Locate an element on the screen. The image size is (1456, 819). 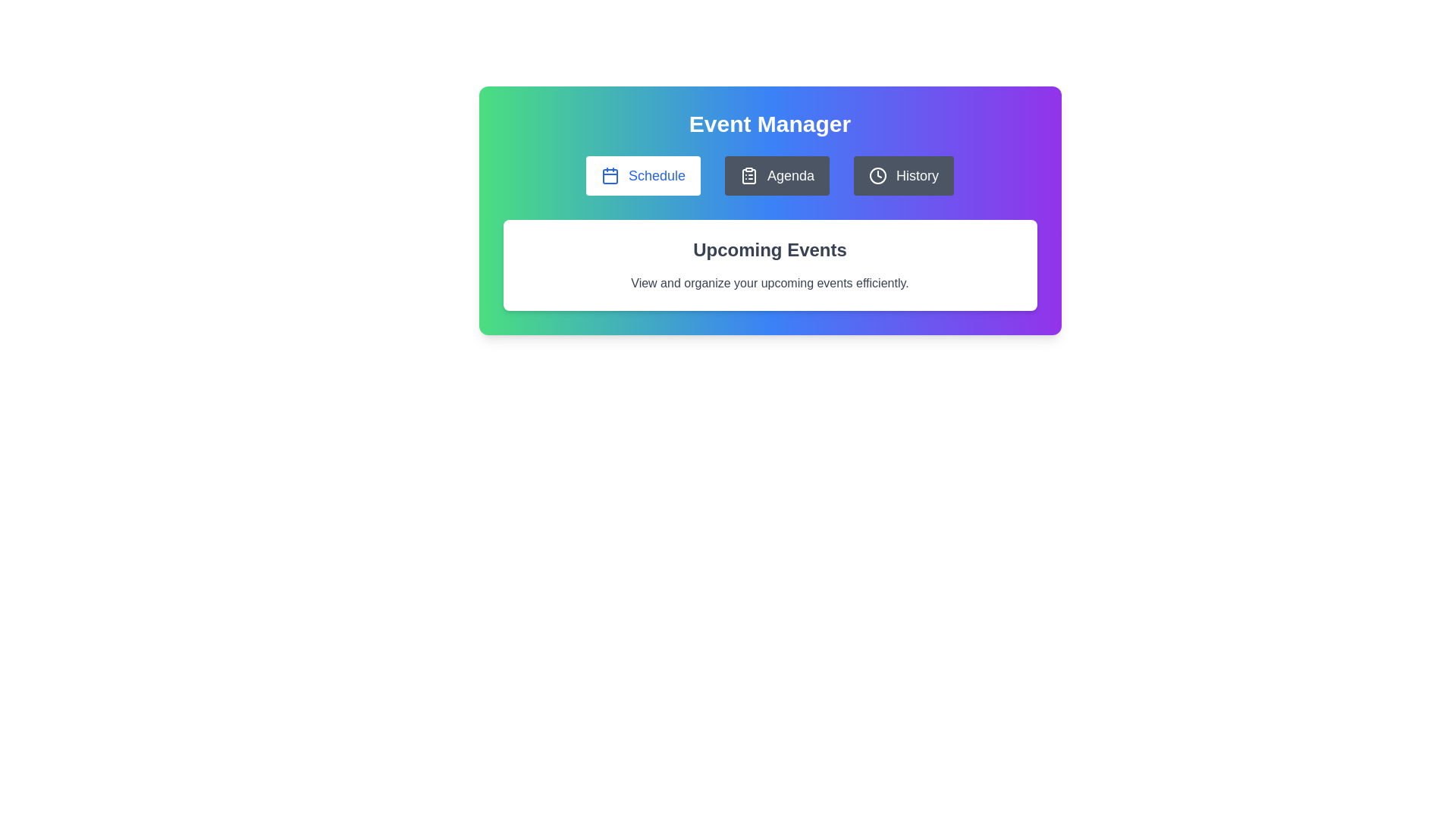
the 'Schedule' button, which is a rectangular button with a white background and blue text, located above 'Upcoming Events' and below 'Event Manager' is located at coordinates (643, 174).